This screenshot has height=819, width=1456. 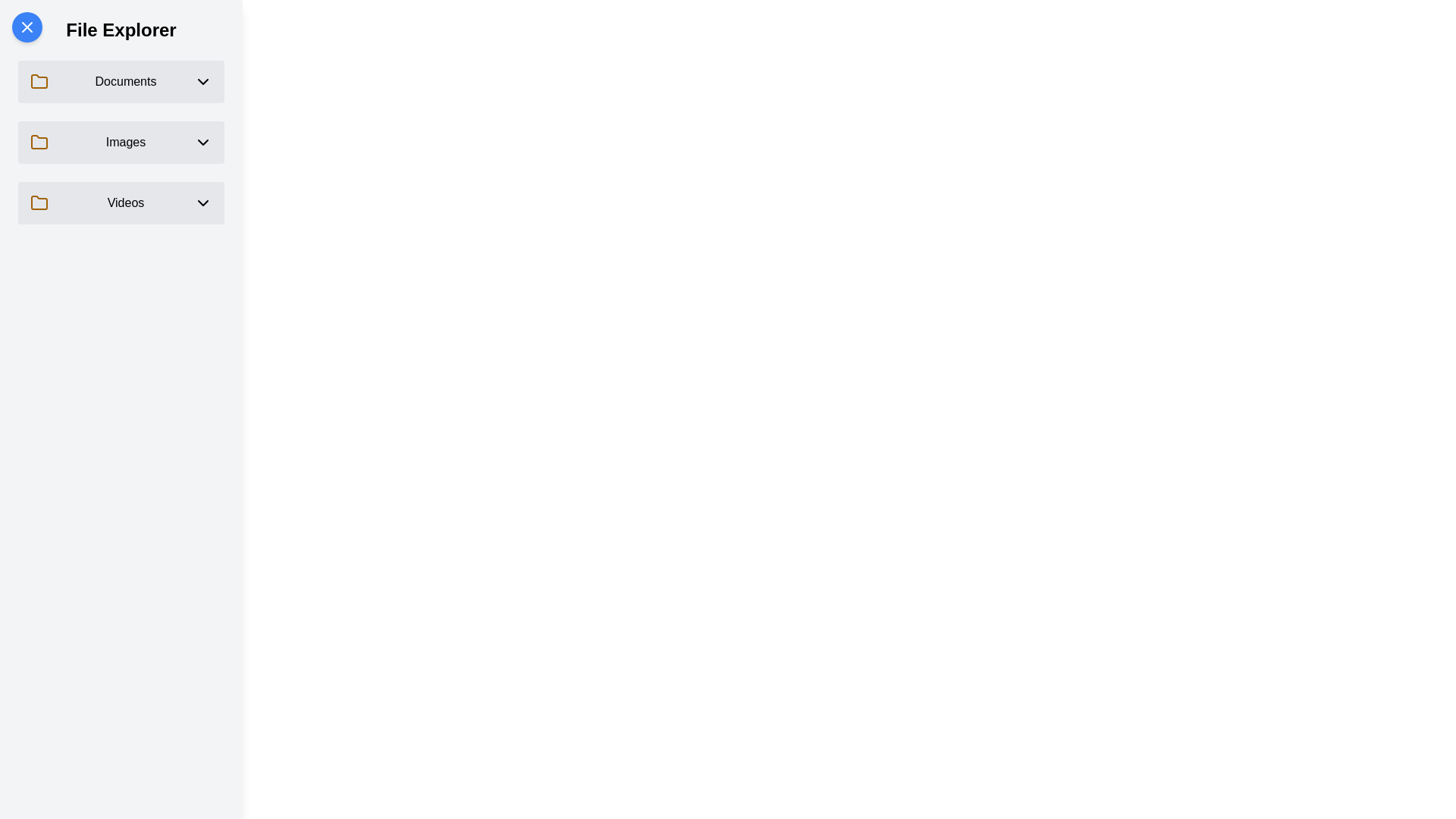 What do you see at coordinates (27, 27) in the screenshot?
I see `the close 'X' icon located inside the blue circular button at the top-left corner` at bounding box center [27, 27].